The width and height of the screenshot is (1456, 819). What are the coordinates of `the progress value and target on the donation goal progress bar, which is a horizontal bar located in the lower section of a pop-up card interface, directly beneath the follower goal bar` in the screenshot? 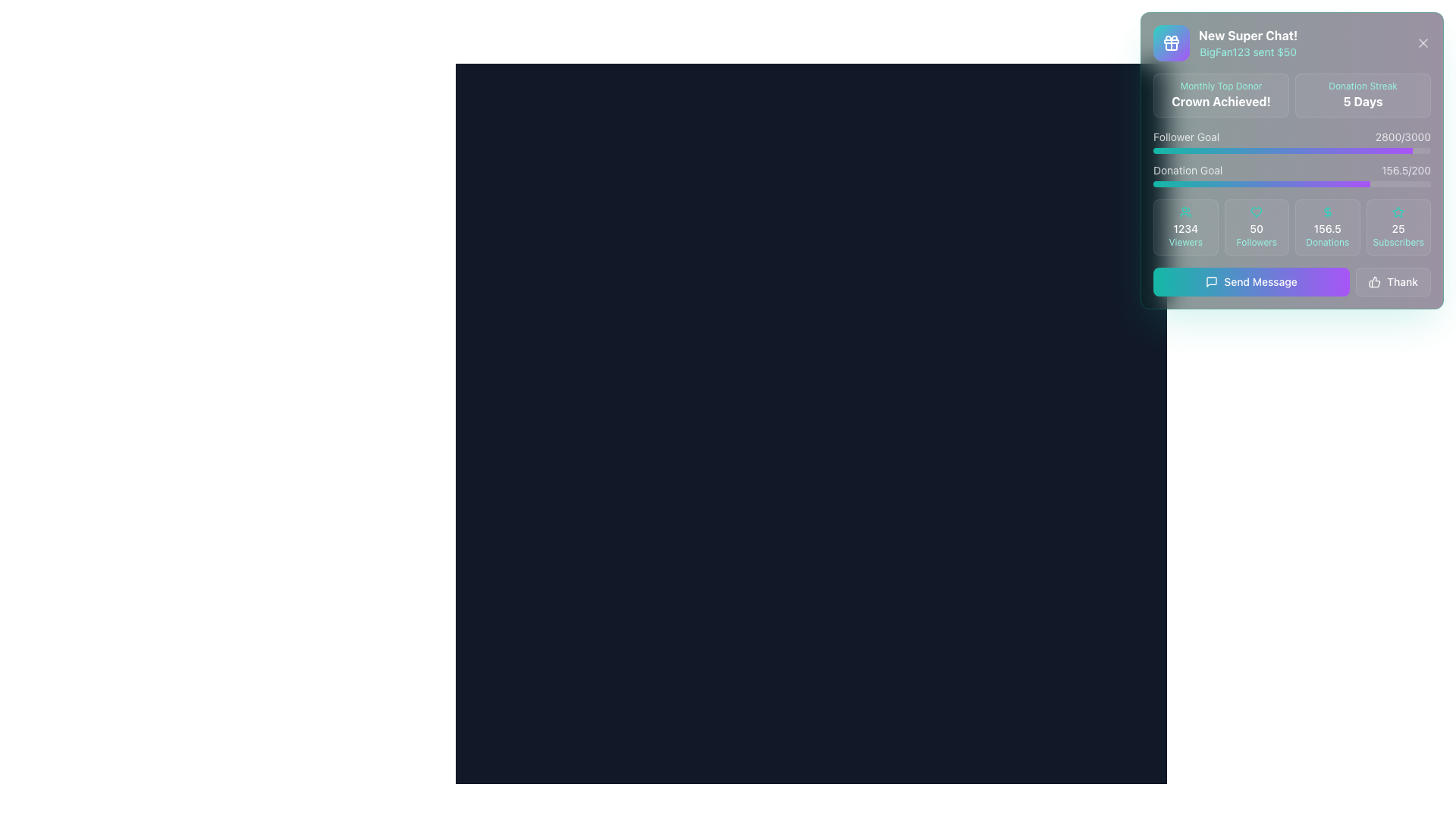 It's located at (1291, 174).